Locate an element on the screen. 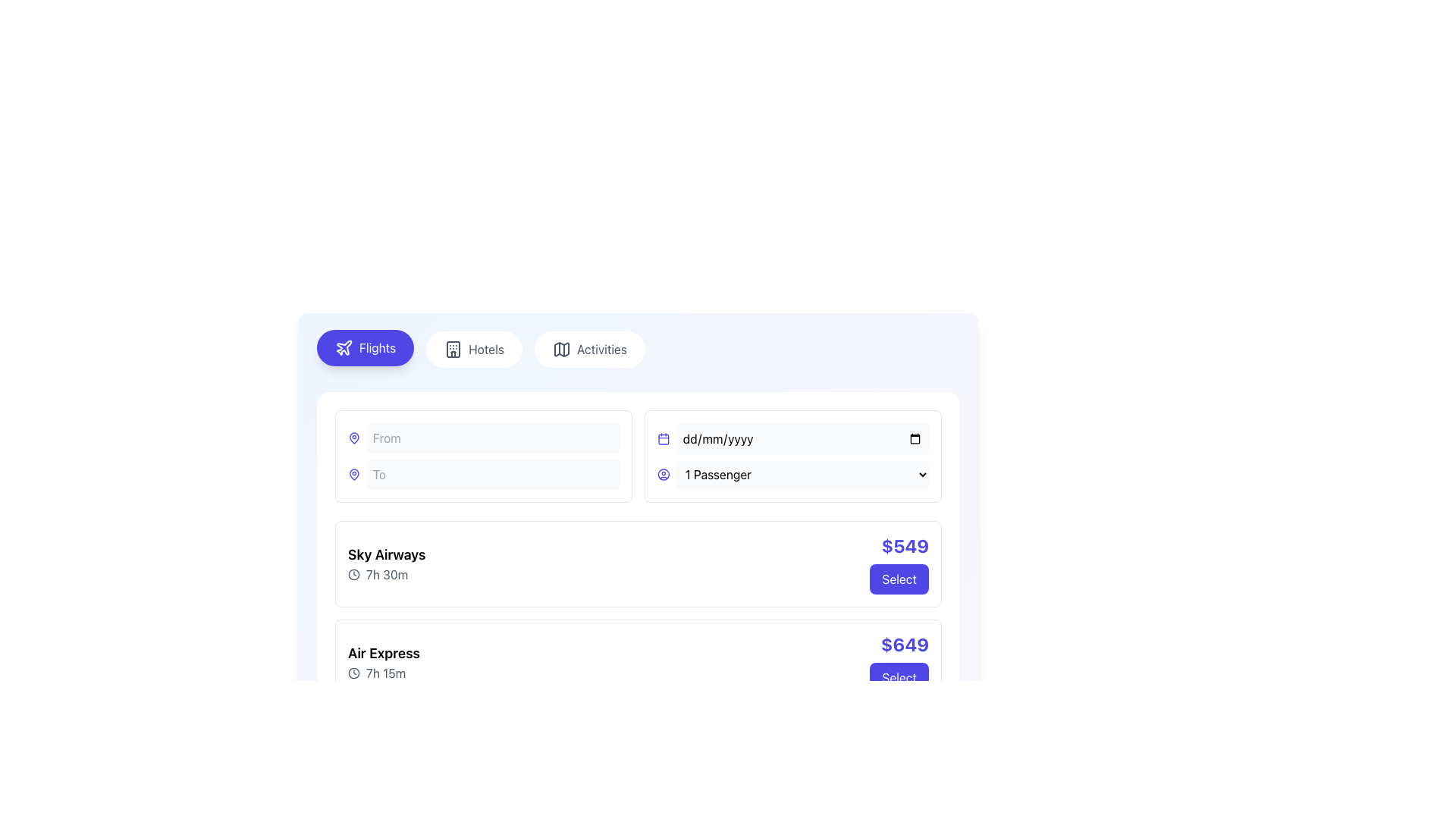 The image size is (1456, 819). the starting location input icon located to the left of the 'From' input field in the search section of the UI is located at coordinates (353, 473).